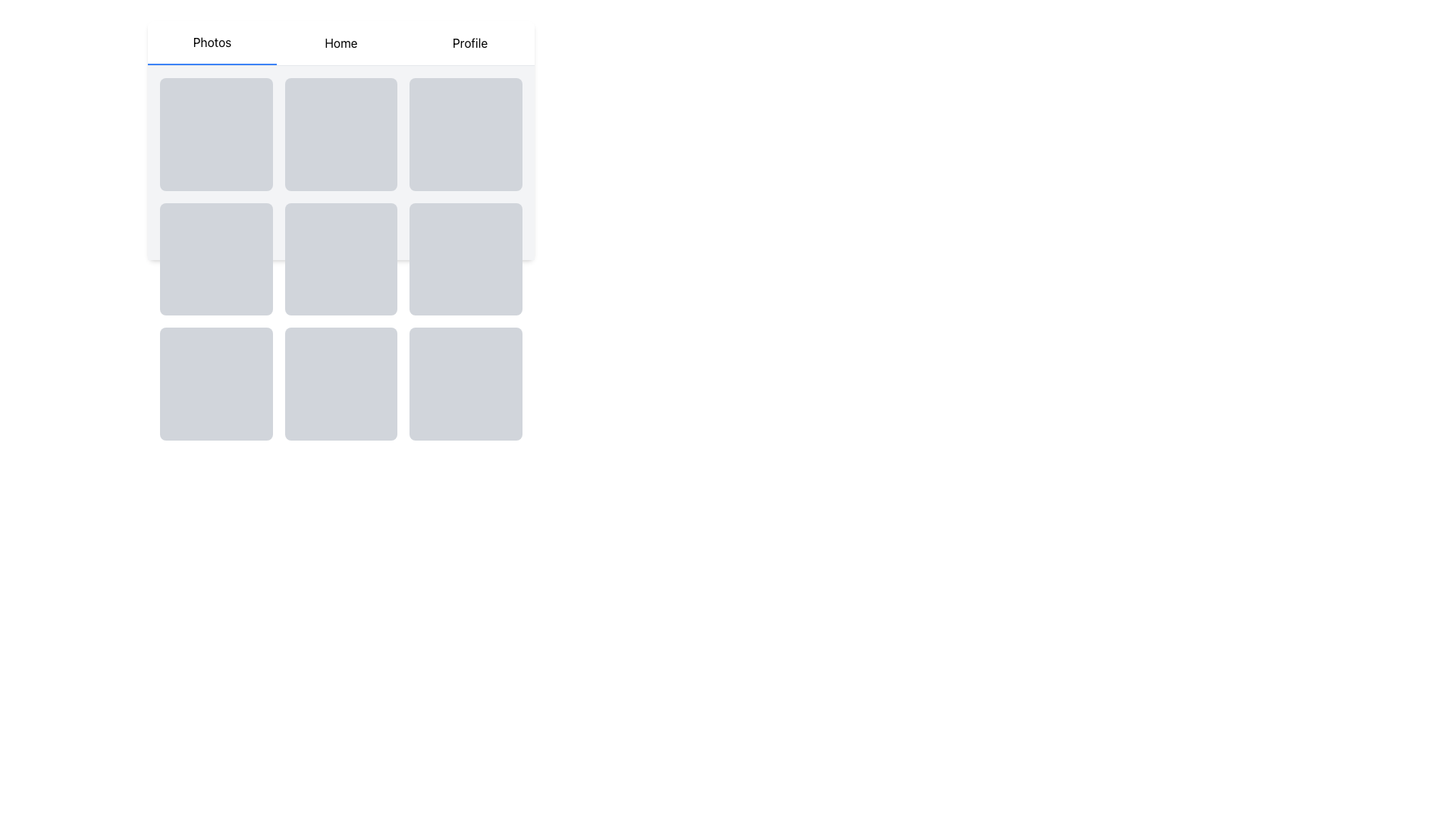 This screenshot has width=1456, height=819. What do you see at coordinates (340, 42) in the screenshot?
I see `the Navigation bar which contains the text elements 'Photos,' 'Home,' and 'Profile,' with the currently selected tab 'Photos' highlighted` at bounding box center [340, 42].